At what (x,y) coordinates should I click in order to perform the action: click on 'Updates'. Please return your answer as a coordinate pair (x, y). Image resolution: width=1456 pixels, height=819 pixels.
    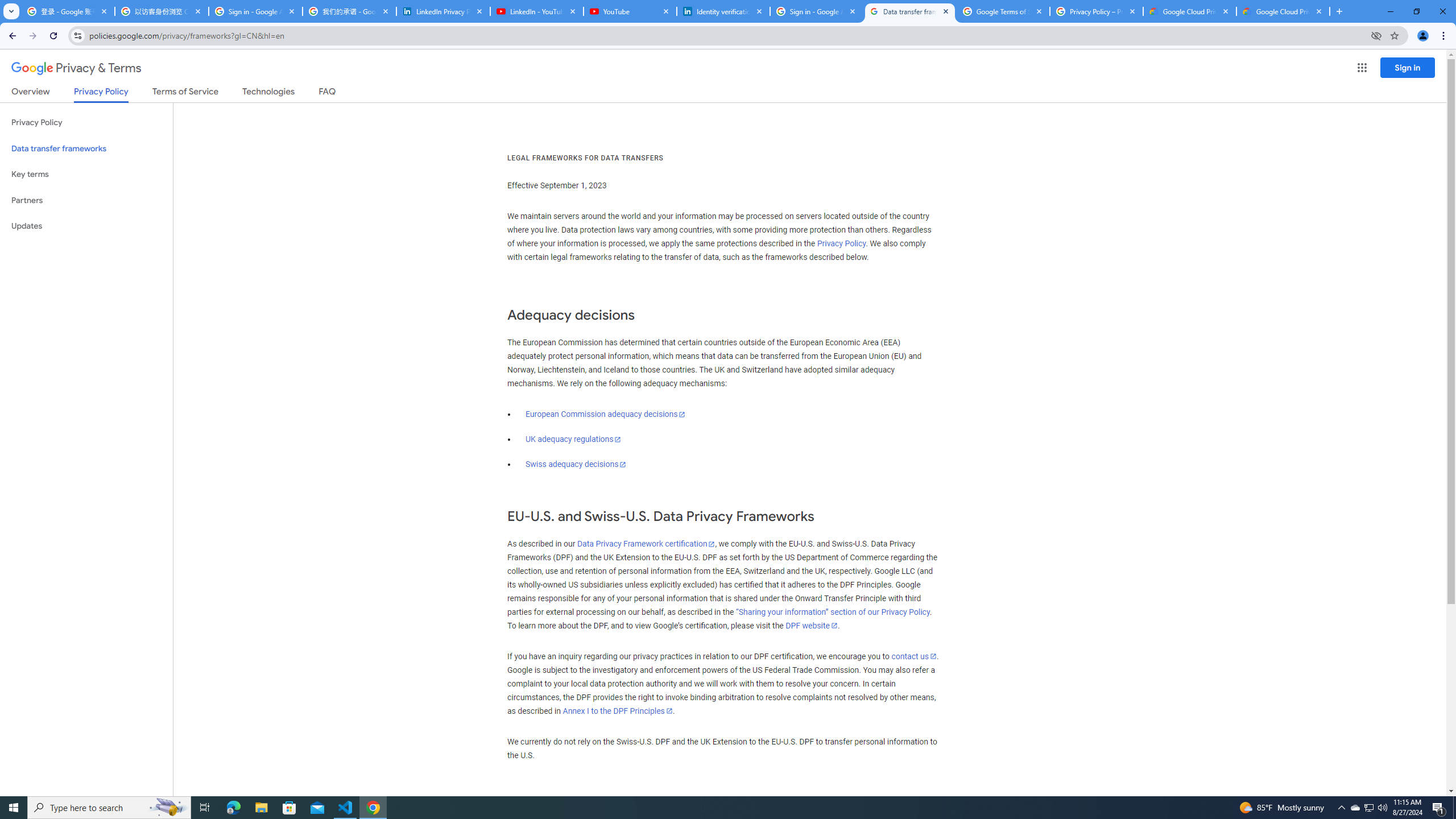
    Looking at the image, I should click on (86, 226).